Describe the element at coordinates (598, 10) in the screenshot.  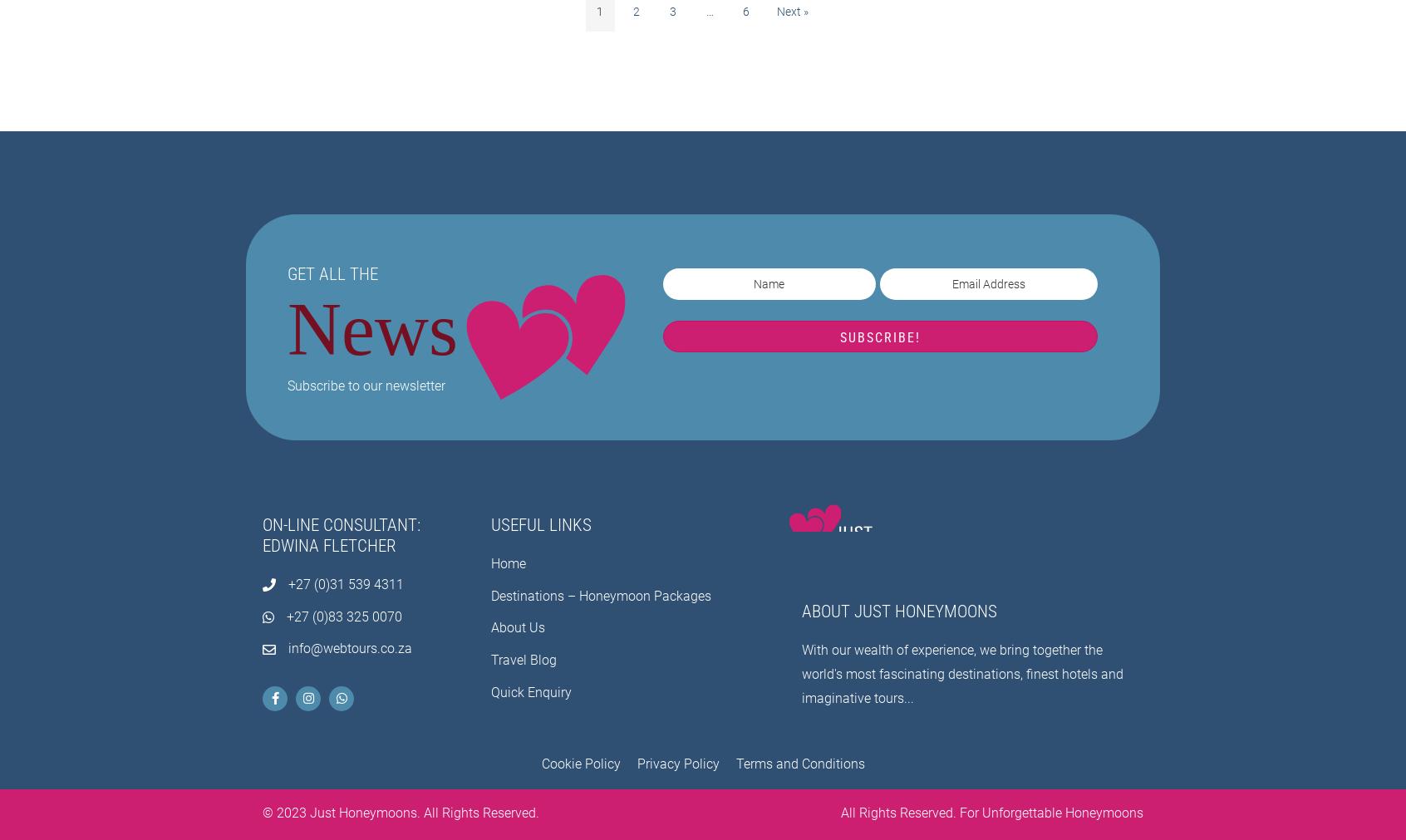
I see `'1'` at that location.